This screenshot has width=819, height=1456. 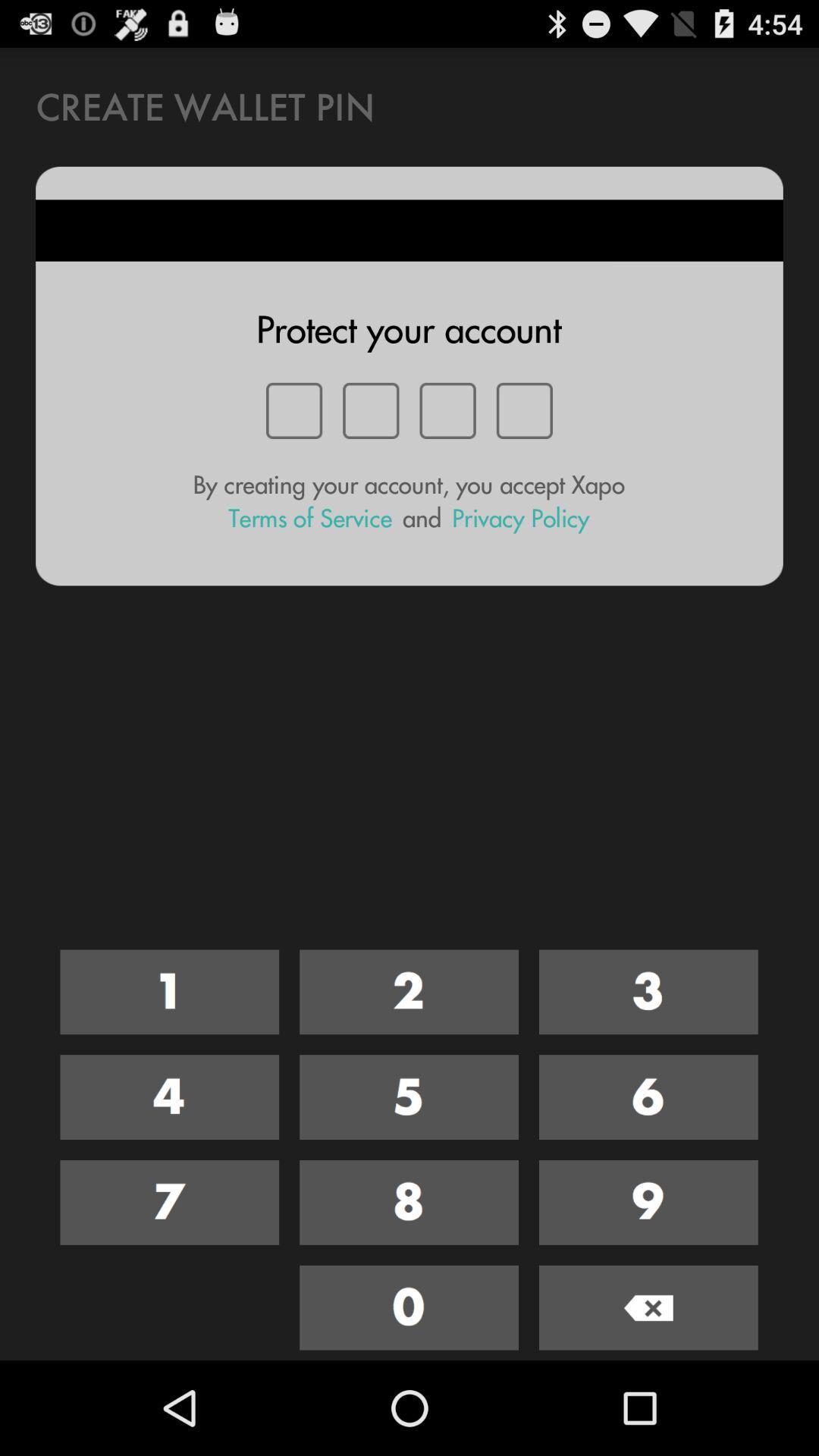 What do you see at coordinates (408, 1201) in the screenshot?
I see `click number eight` at bounding box center [408, 1201].